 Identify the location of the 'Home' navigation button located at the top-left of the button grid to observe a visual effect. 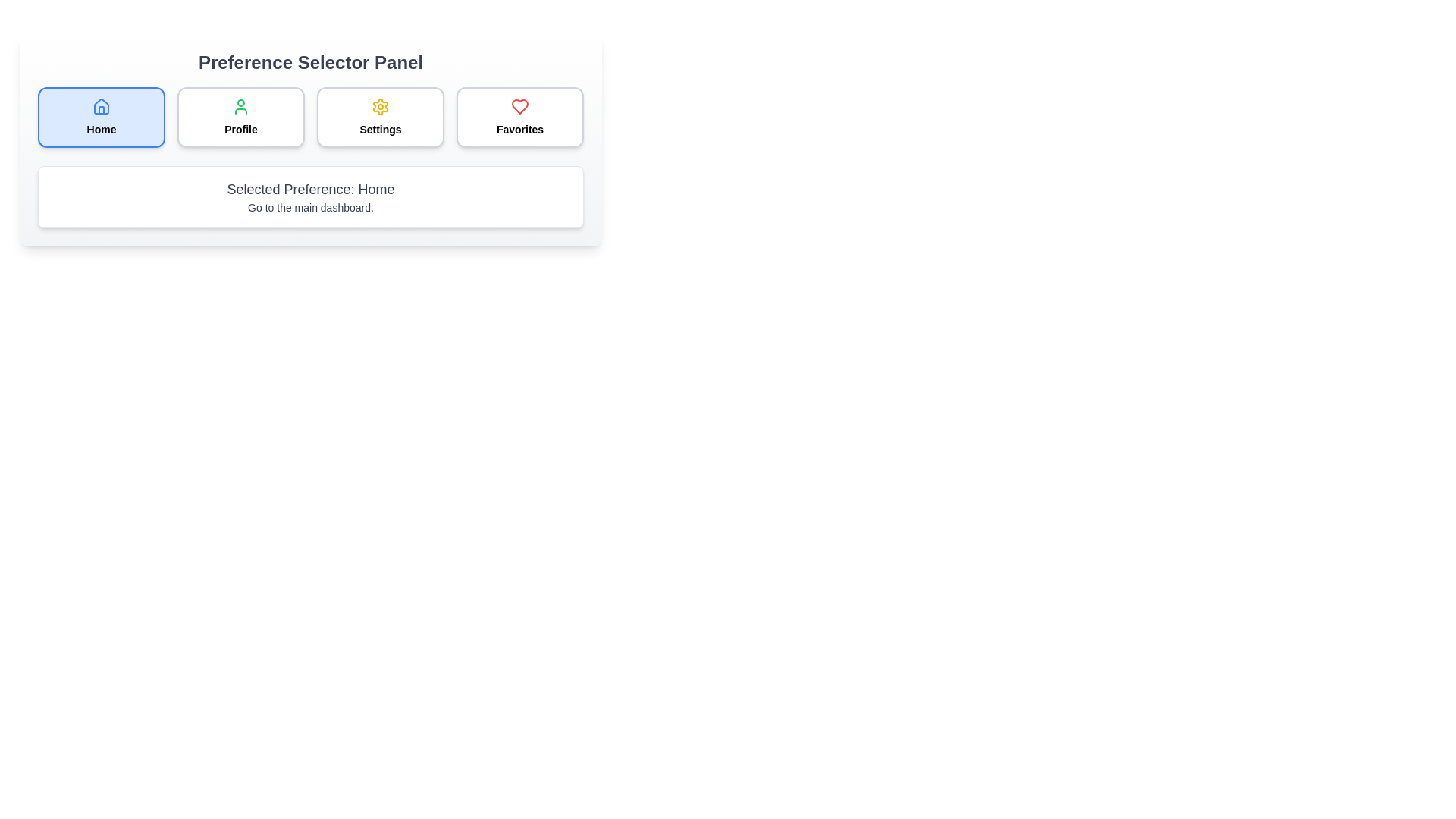
(101, 116).